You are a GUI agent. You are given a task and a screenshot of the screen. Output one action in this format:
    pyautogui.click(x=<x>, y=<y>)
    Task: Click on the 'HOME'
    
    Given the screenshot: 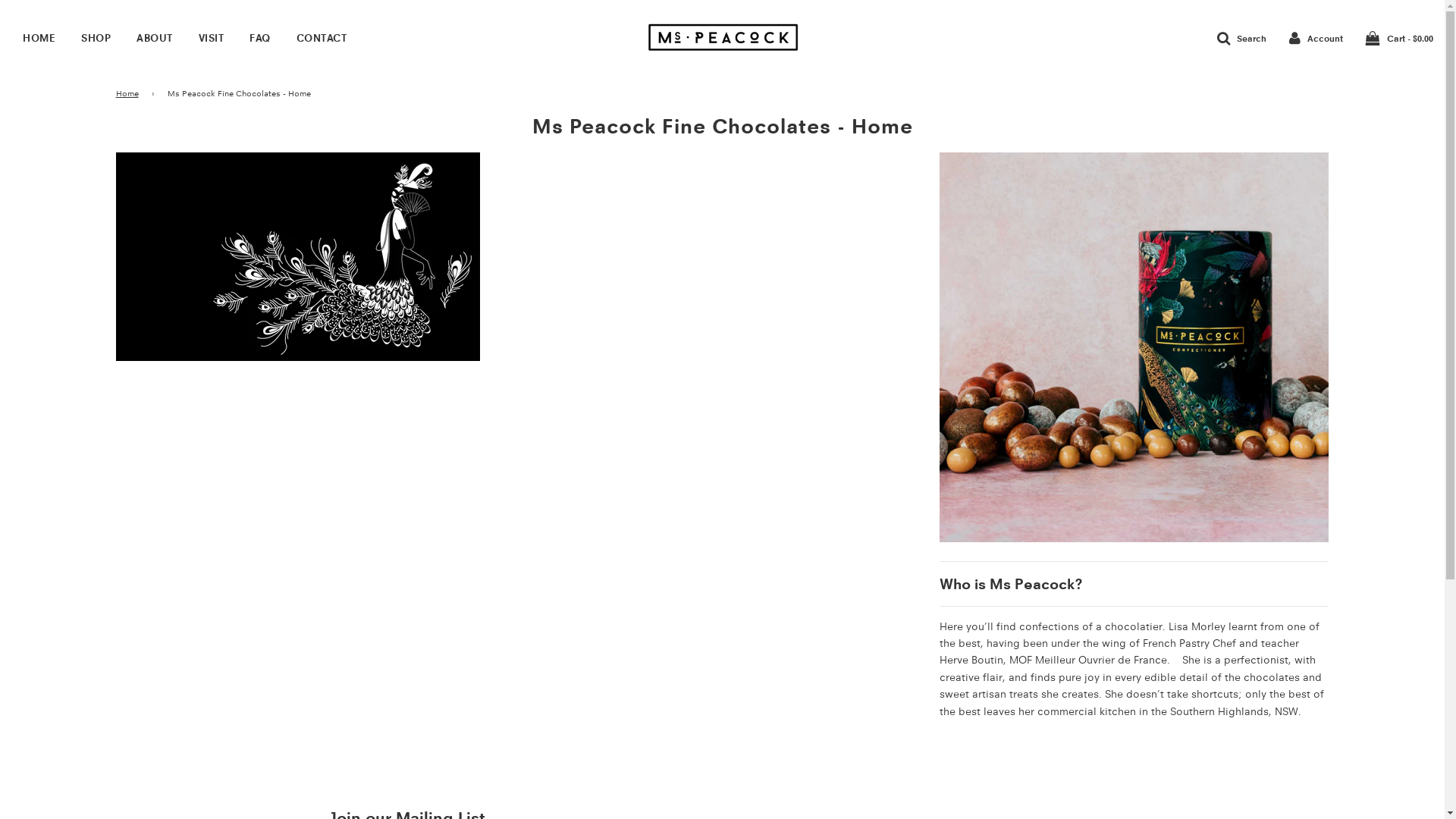 What is the action you would take?
    pyautogui.click(x=39, y=37)
    